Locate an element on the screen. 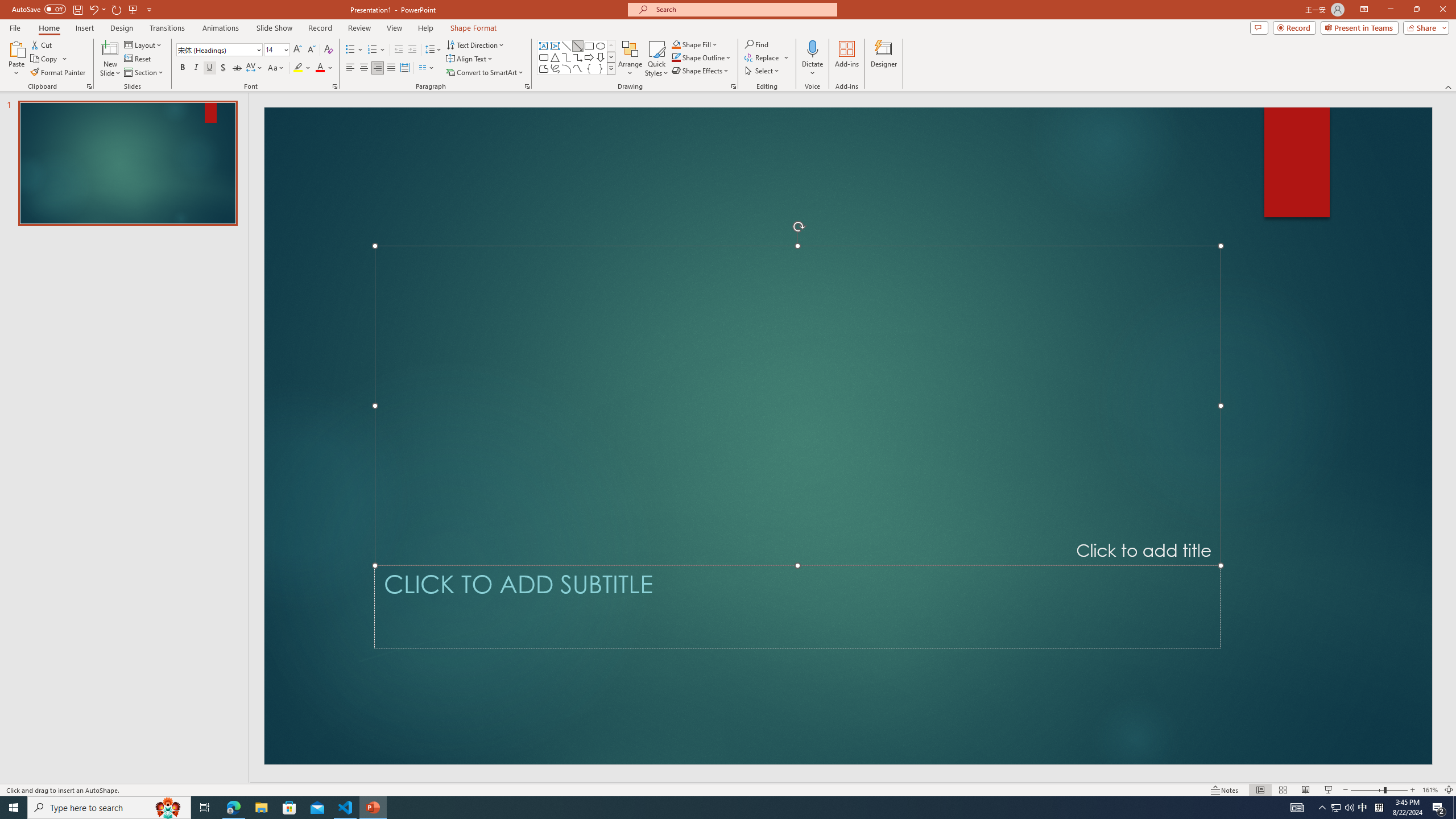 Image resolution: width=1456 pixels, height=819 pixels. 'Zoom 161%' is located at coordinates (1430, 790).